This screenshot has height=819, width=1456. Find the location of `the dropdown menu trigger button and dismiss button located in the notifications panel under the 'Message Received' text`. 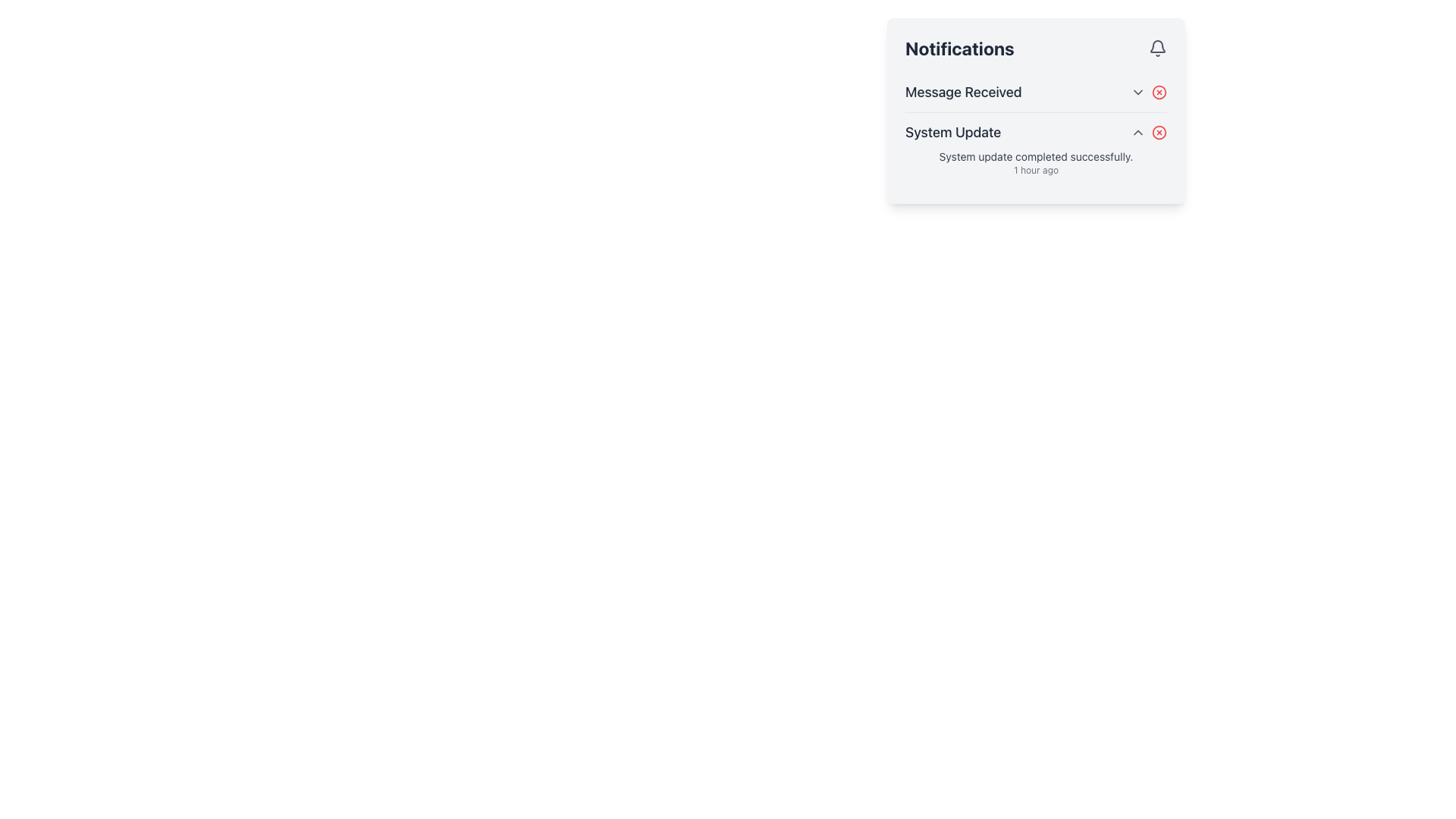

the dropdown menu trigger button and dismiss button located in the notifications panel under the 'Message Received' text is located at coordinates (1149, 93).